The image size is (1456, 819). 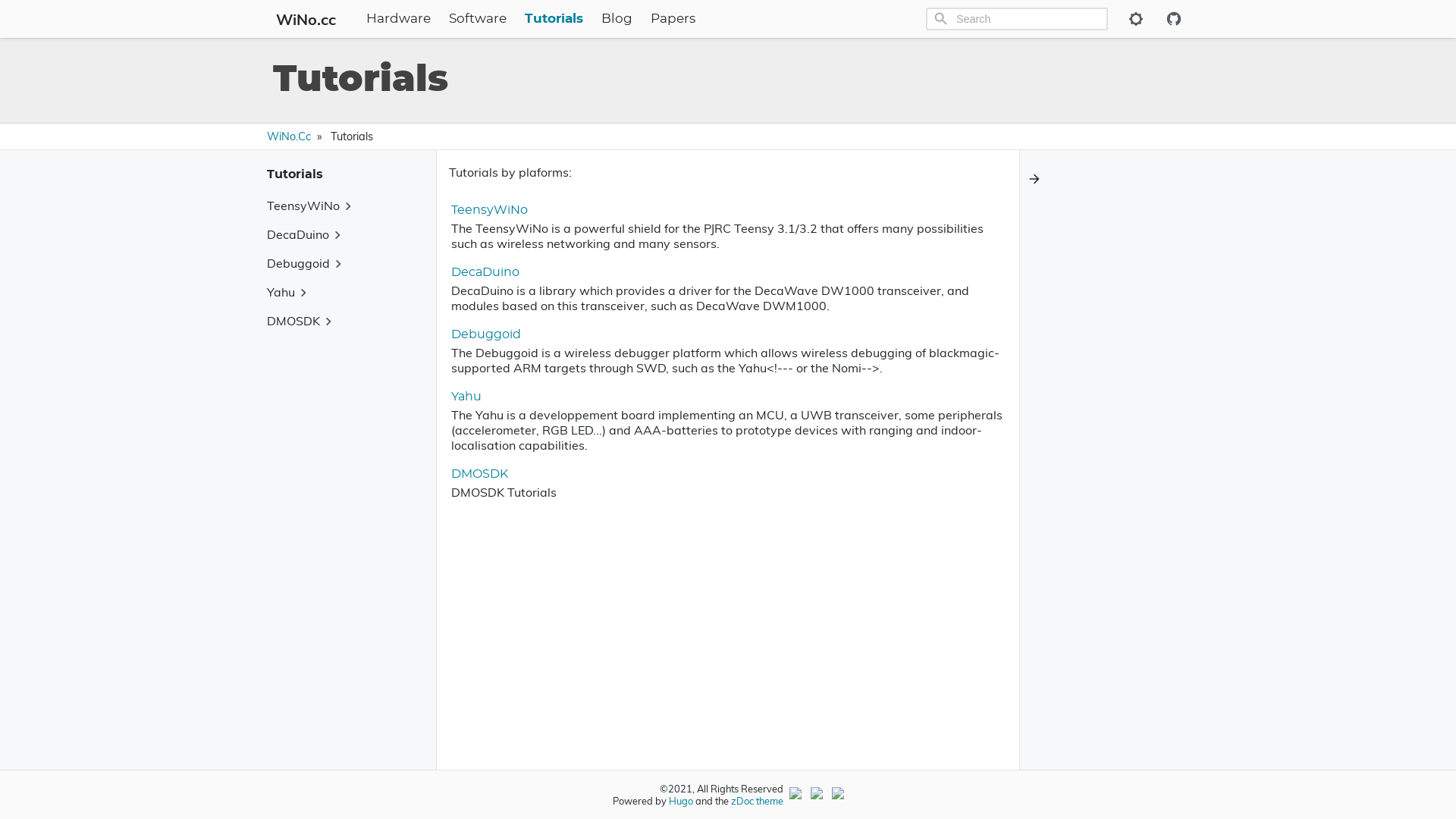 What do you see at coordinates (651, 18) in the screenshot?
I see `'Papers'` at bounding box center [651, 18].